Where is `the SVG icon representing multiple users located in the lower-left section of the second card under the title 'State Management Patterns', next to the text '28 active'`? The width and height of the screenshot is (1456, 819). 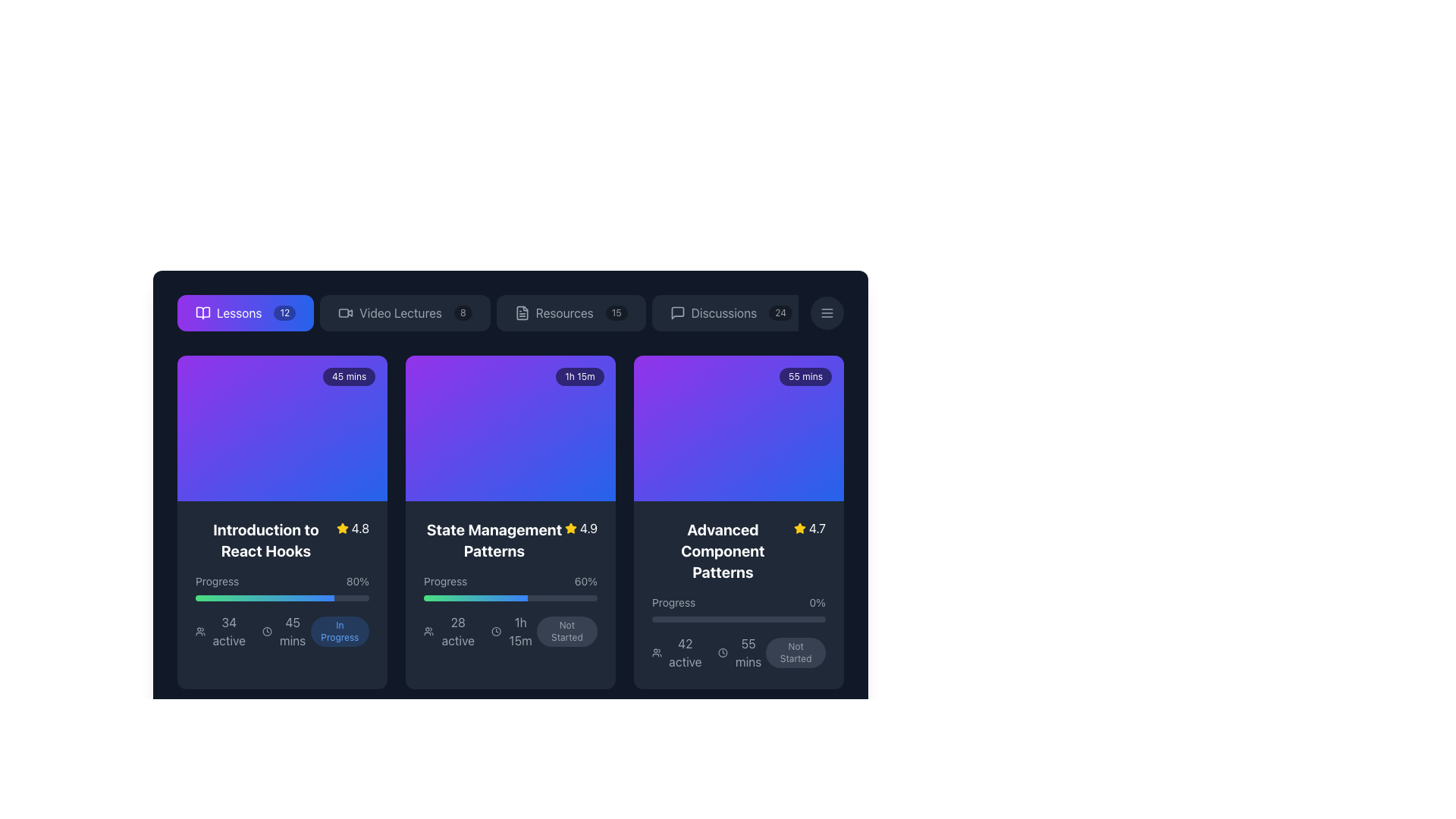
the SVG icon representing multiple users located in the lower-left section of the second card under the title 'State Management Patterns', next to the text '28 active' is located at coordinates (428, 632).